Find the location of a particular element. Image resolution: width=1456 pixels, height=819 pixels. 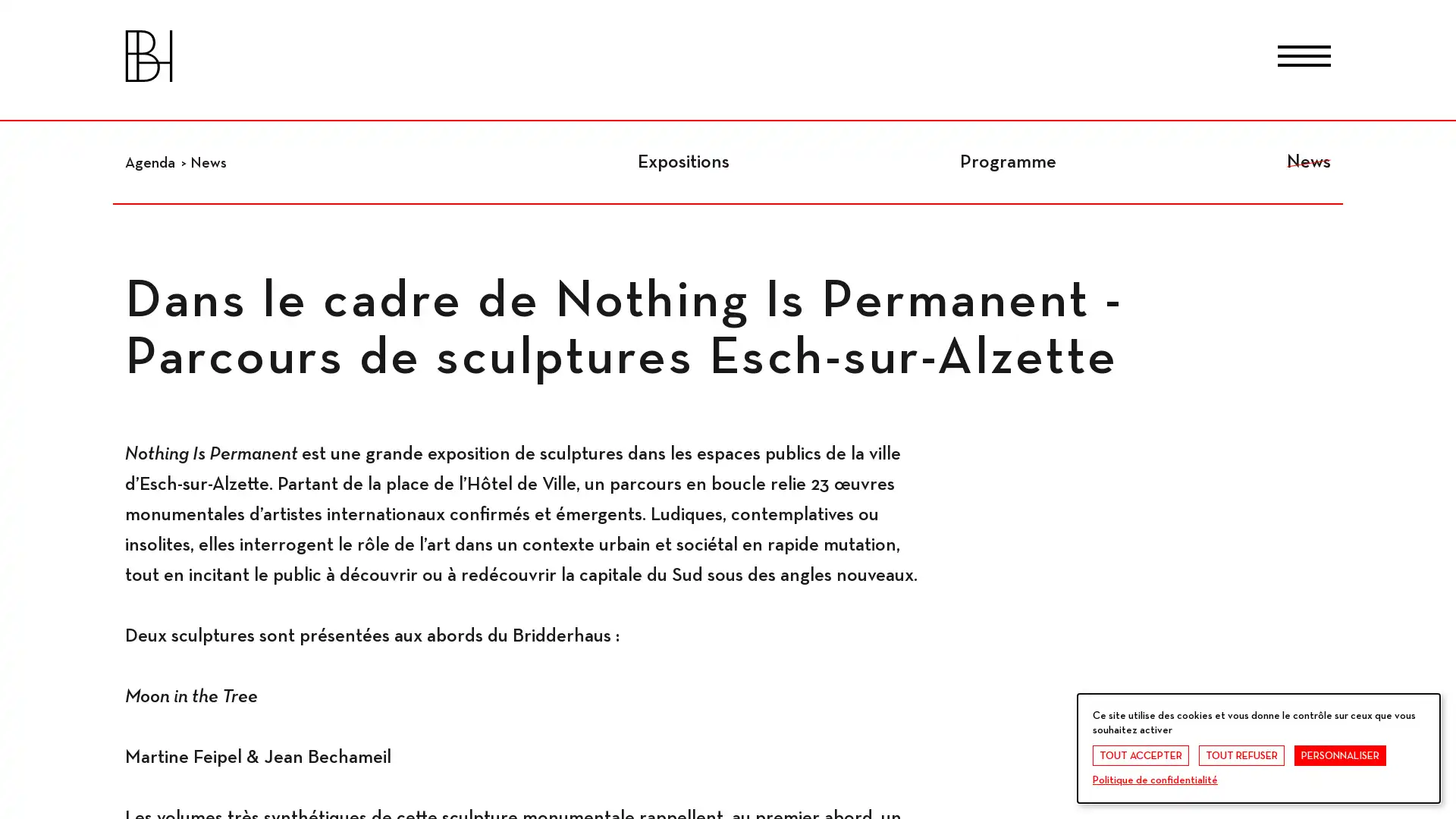

PERSONNALISER is located at coordinates (1340, 755).